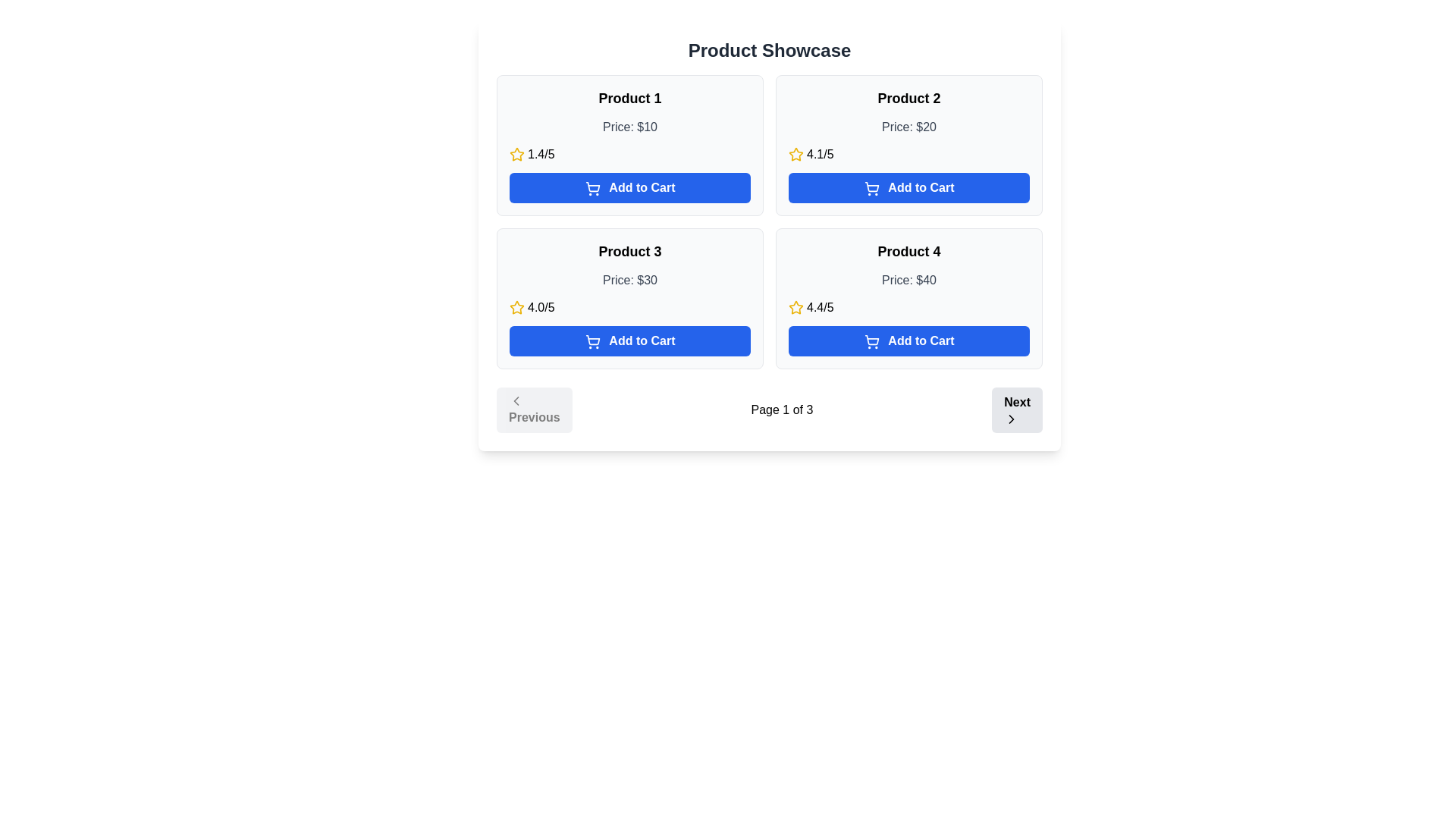  I want to click on the rating information displayed within the top-left product card in the grid of product listings, so click(629, 146).